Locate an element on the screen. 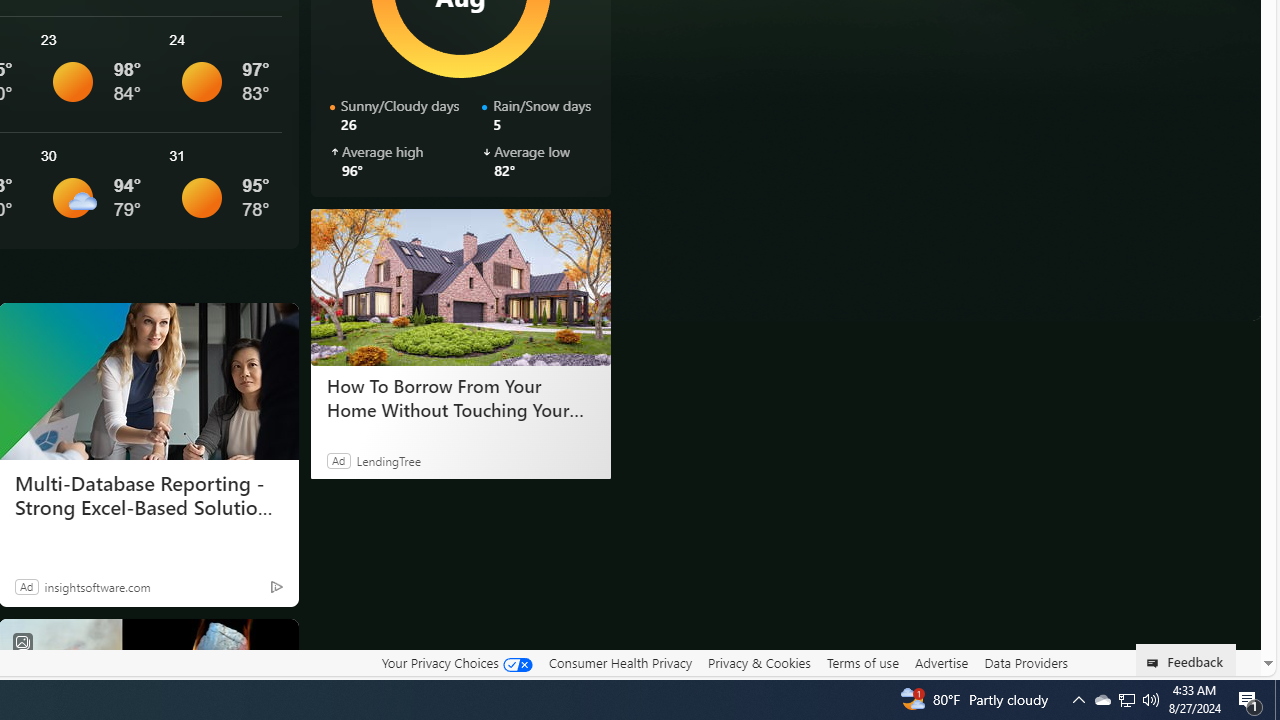 This screenshot has height=720, width=1280. 'Privacy & Cookies' is located at coordinates (758, 663).